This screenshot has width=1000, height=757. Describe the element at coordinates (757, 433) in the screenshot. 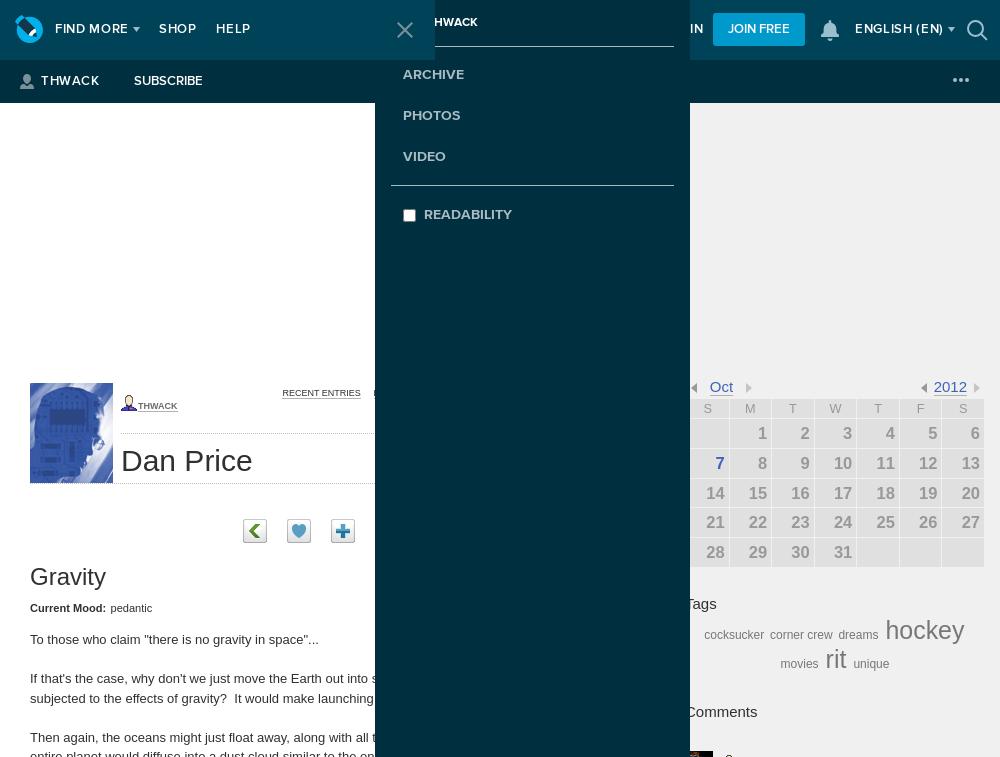

I see `'1'` at that location.